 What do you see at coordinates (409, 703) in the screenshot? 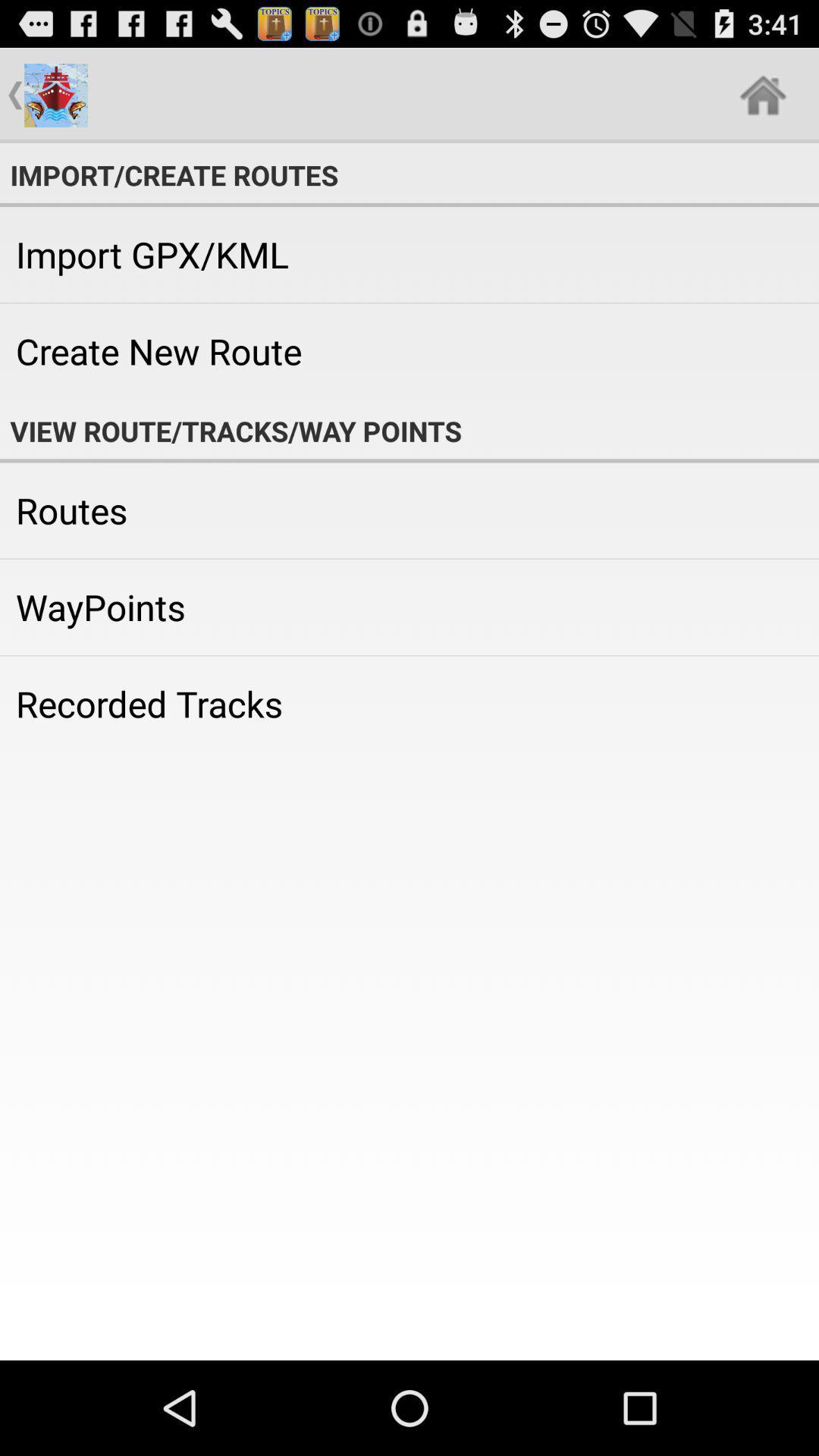
I see `the recorded tracks app` at bounding box center [409, 703].